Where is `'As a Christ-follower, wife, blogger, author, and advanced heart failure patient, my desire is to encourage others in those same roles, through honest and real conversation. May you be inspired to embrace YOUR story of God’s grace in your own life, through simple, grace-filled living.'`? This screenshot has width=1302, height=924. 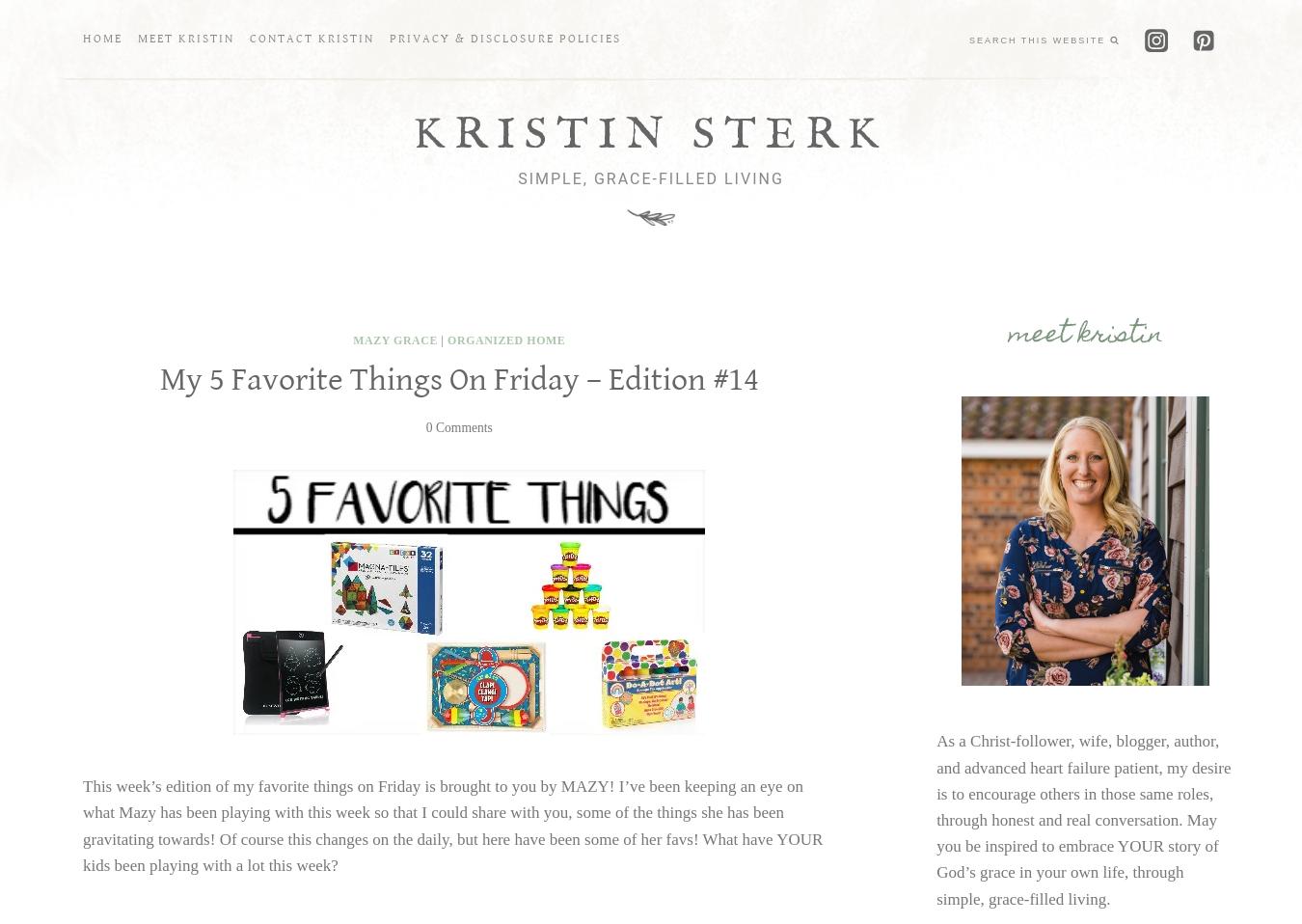
'As a Christ-follower, wife, blogger, author, and advanced heart failure patient, my desire is to encourage others in those same roles, through honest and real conversation. May you be inspired to embrace YOUR story of God’s grace in your own life, through simple, grace-filled living.' is located at coordinates (1083, 819).